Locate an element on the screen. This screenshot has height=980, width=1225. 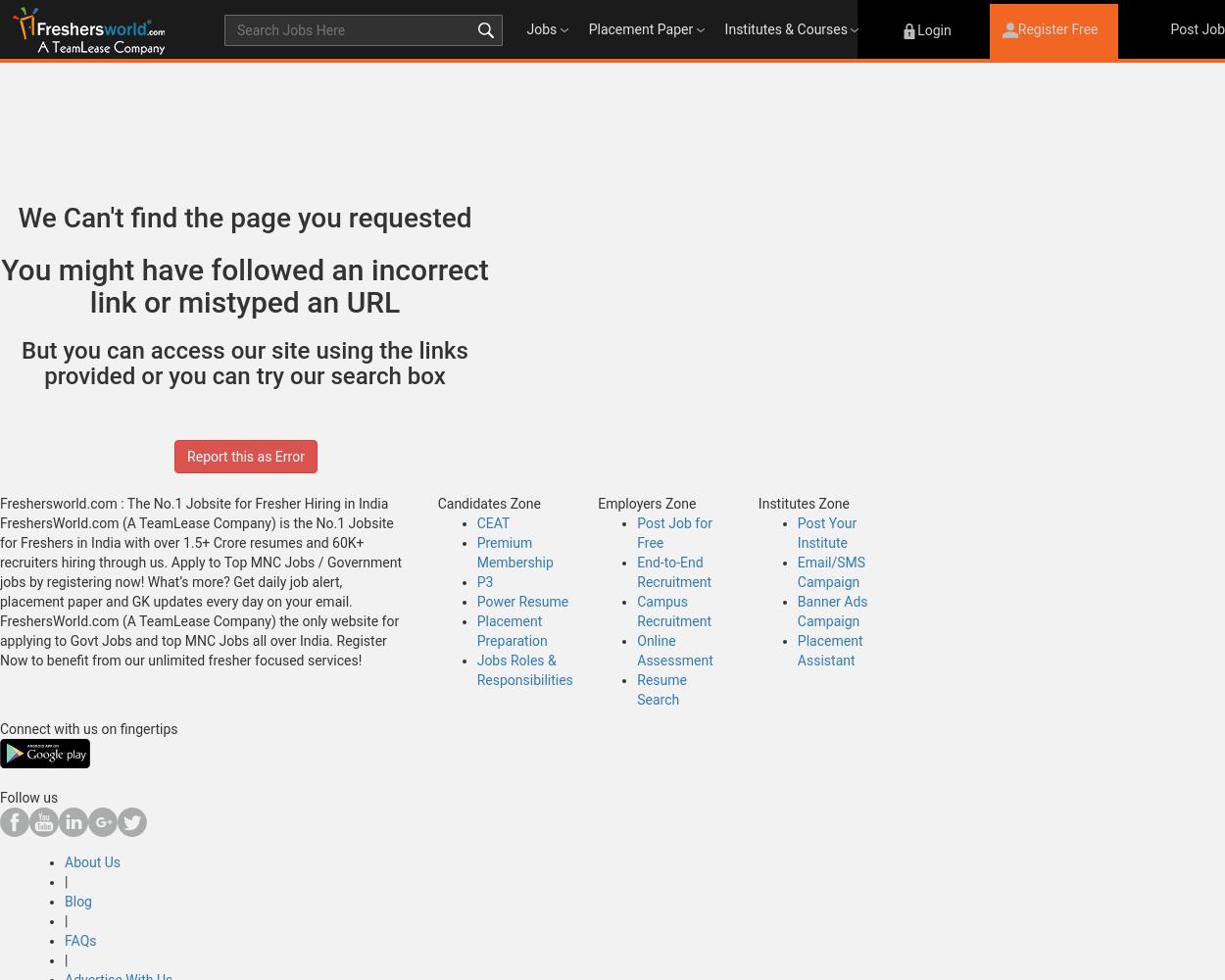
'Jobs' is located at coordinates (541, 29).